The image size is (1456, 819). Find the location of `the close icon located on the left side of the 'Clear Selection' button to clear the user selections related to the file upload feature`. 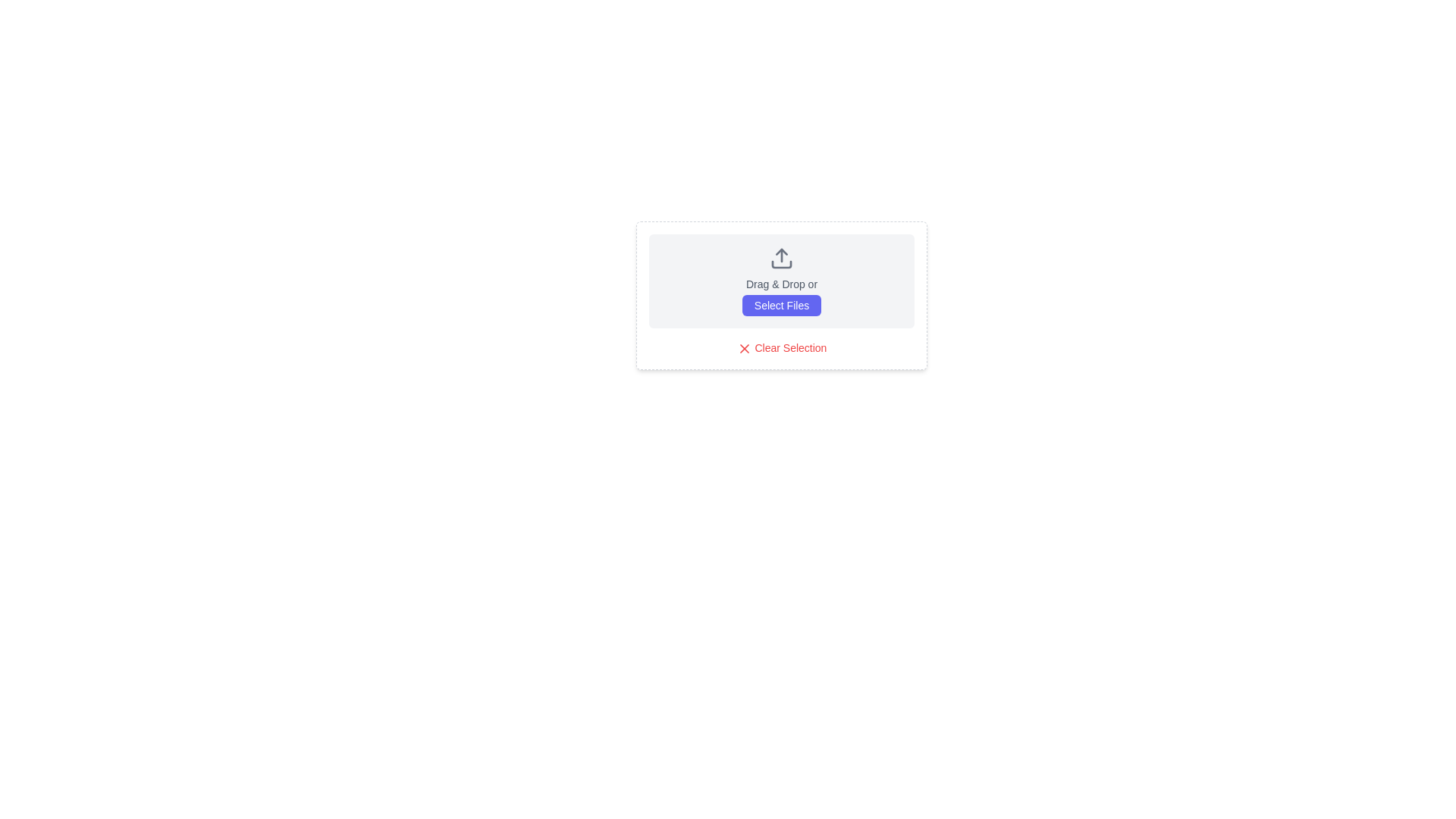

the close icon located on the left side of the 'Clear Selection' button to clear the user selections related to the file upload feature is located at coordinates (744, 349).